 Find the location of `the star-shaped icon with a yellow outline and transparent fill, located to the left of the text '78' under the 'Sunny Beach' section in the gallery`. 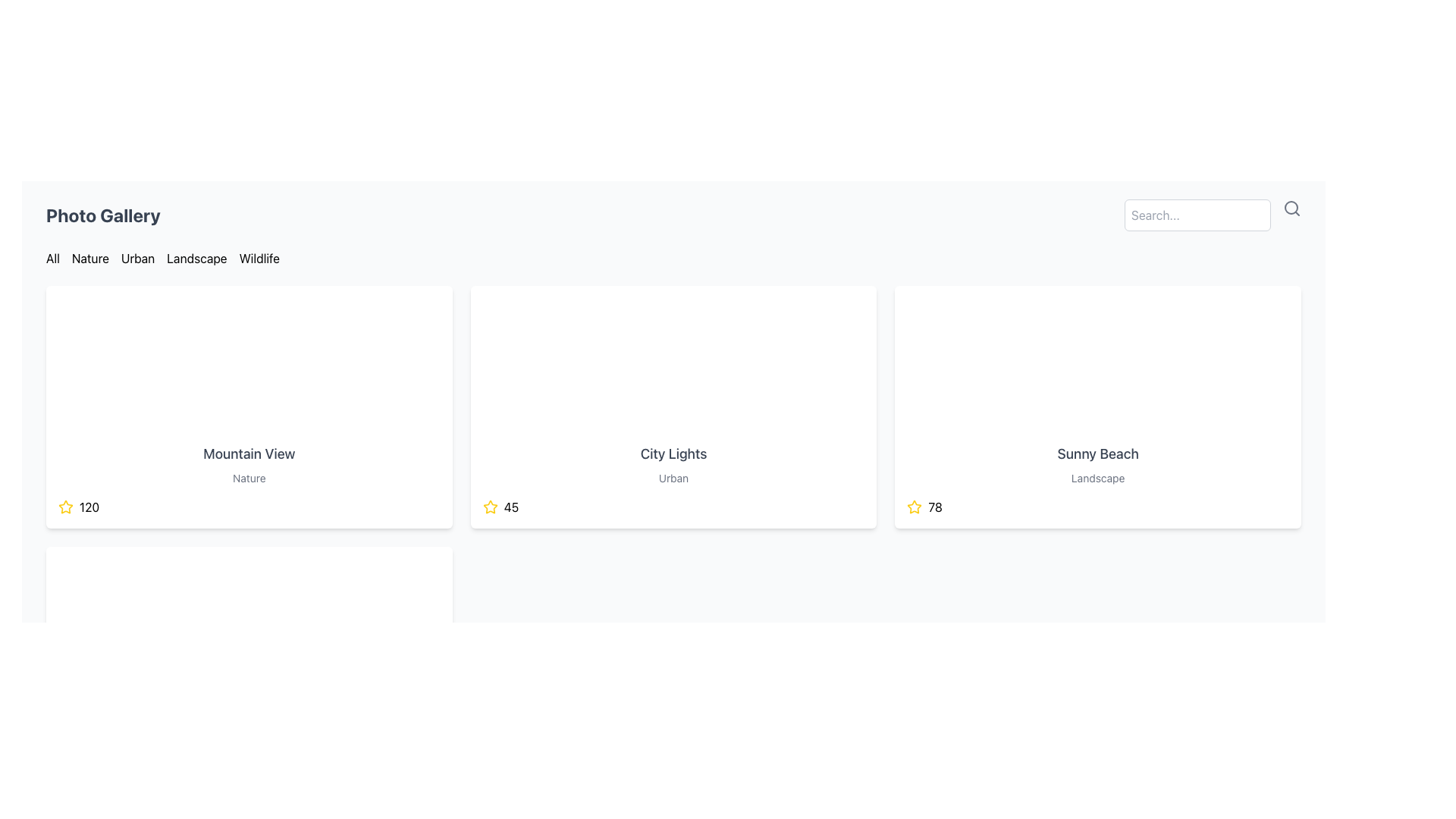

the star-shaped icon with a yellow outline and transparent fill, located to the left of the text '78' under the 'Sunny Beach' section in the gallery is located at coordinates (914, 507).